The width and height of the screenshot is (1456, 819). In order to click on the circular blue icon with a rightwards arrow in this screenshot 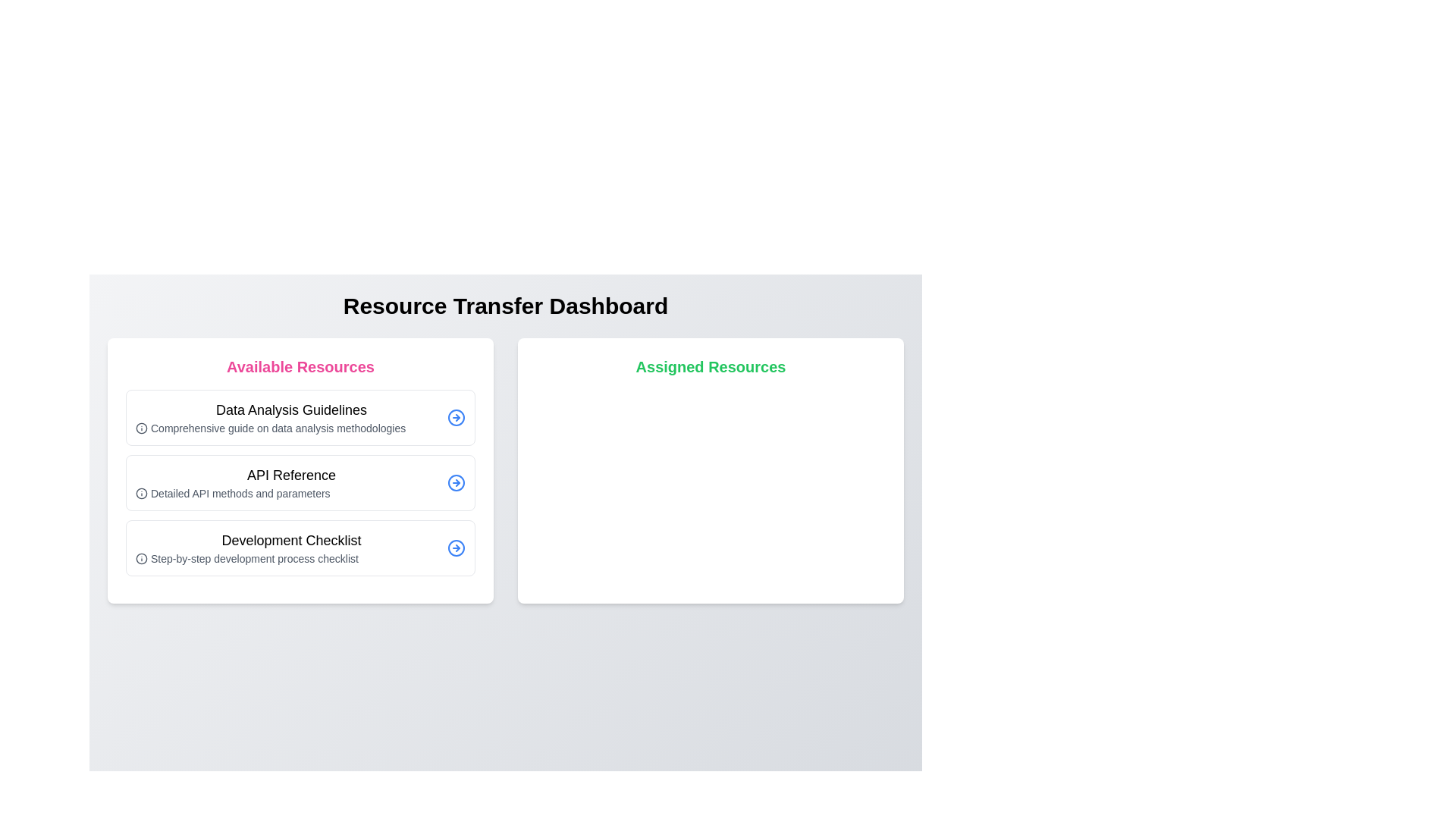, I will do `click(455, 418)`.